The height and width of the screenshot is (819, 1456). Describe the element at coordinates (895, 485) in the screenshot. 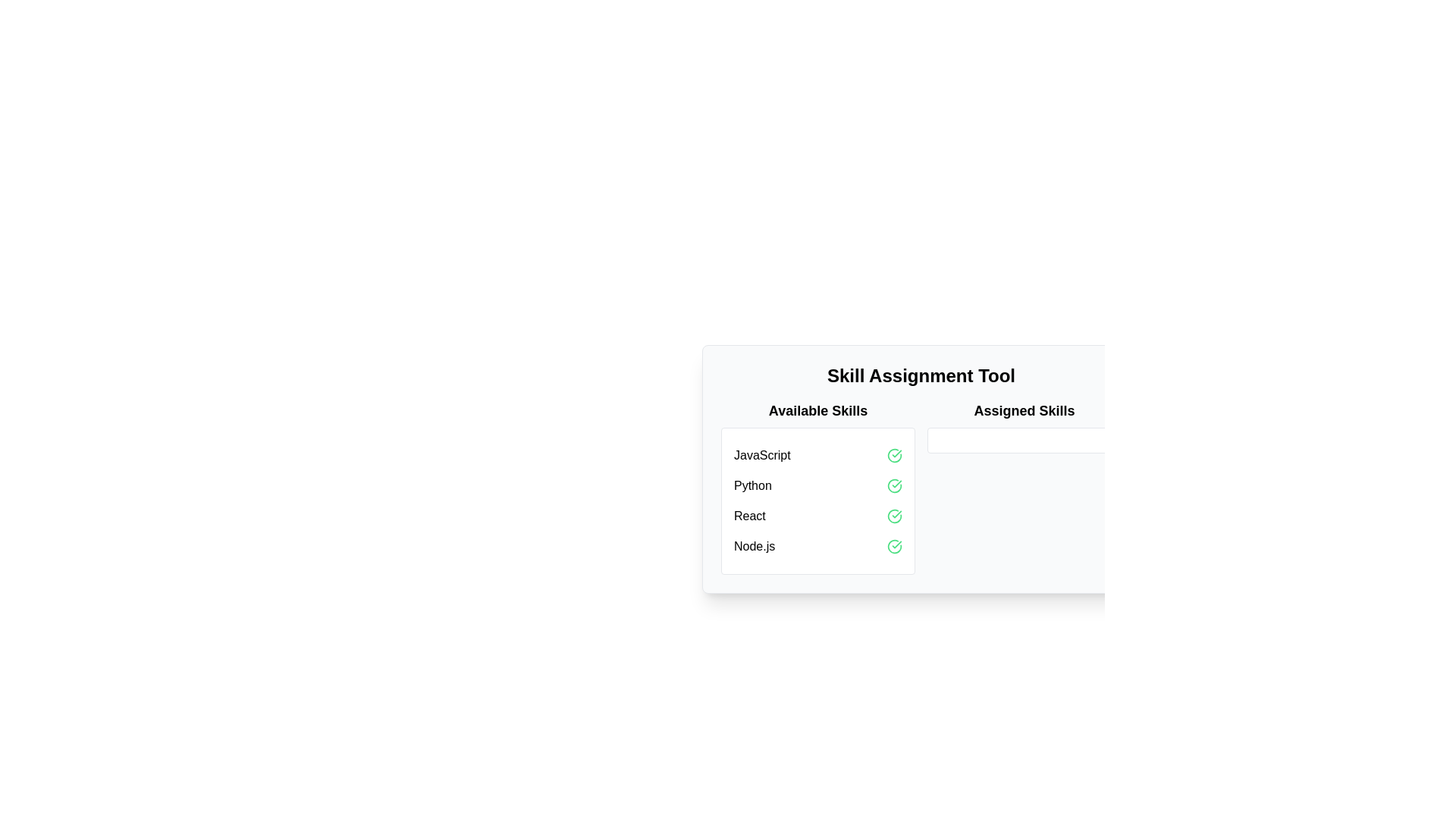

I see `the visual change associated with the green checkmark status indicator icon for the 'Python' skill located to the right of the 'Python' text label in the 'Available Skills' section` at that location.